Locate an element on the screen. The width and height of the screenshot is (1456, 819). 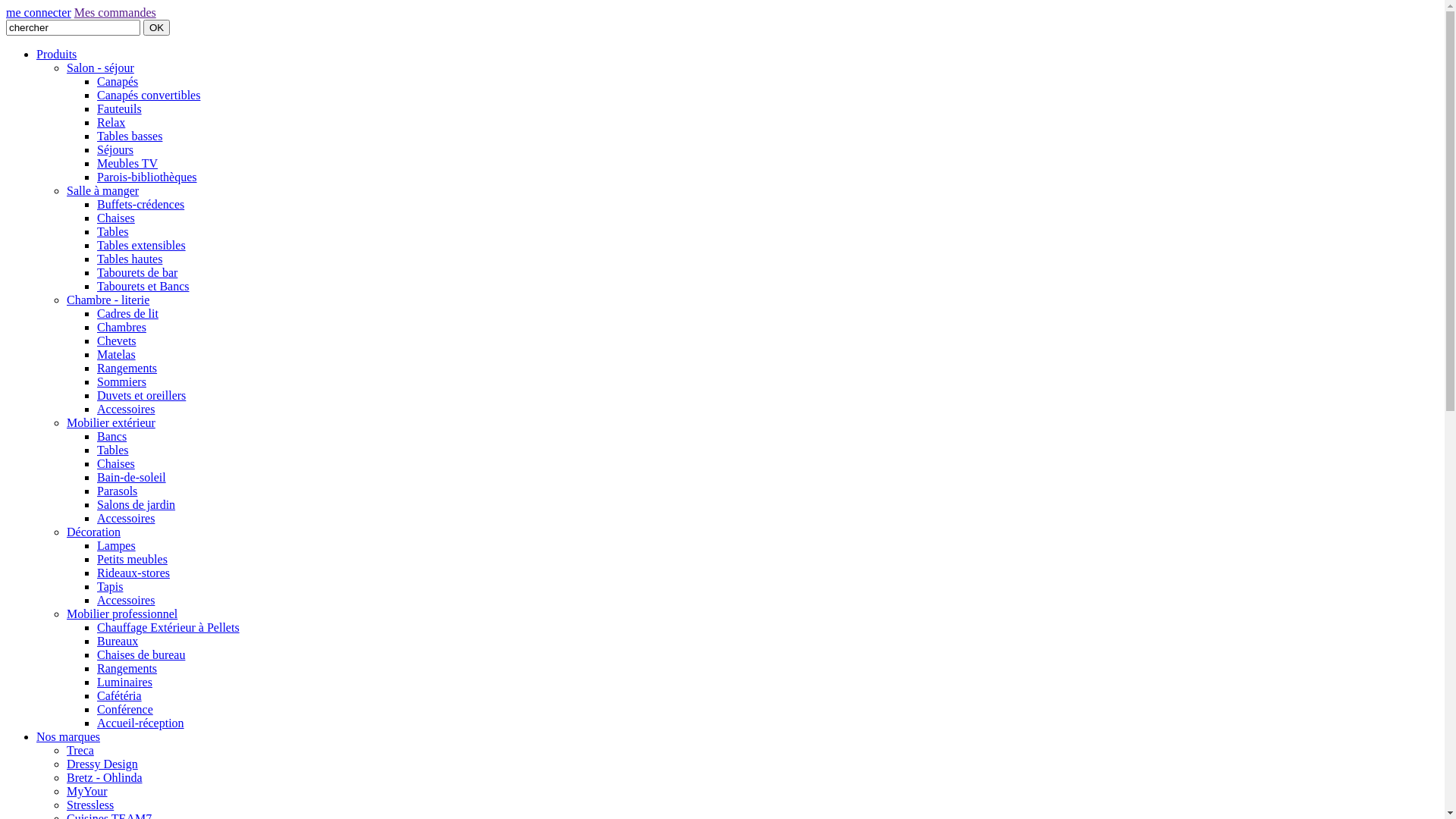
'Bretz - Ohlinda' is located at coordinates (65, 777).